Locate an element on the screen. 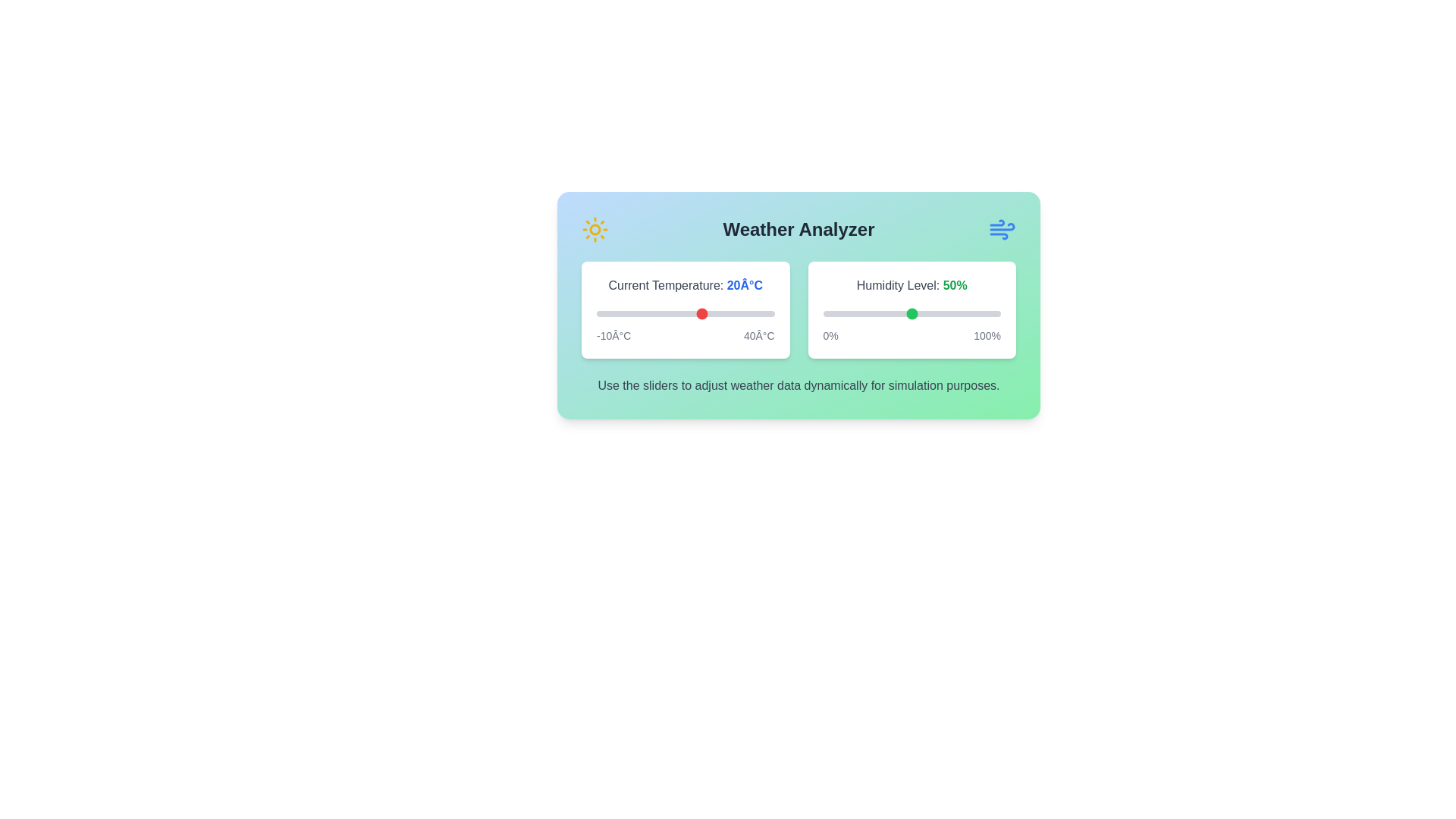 The width and height of the screenshot is (1456, 819). the temperature slider to 33°C is located at coordinates (749, 312).